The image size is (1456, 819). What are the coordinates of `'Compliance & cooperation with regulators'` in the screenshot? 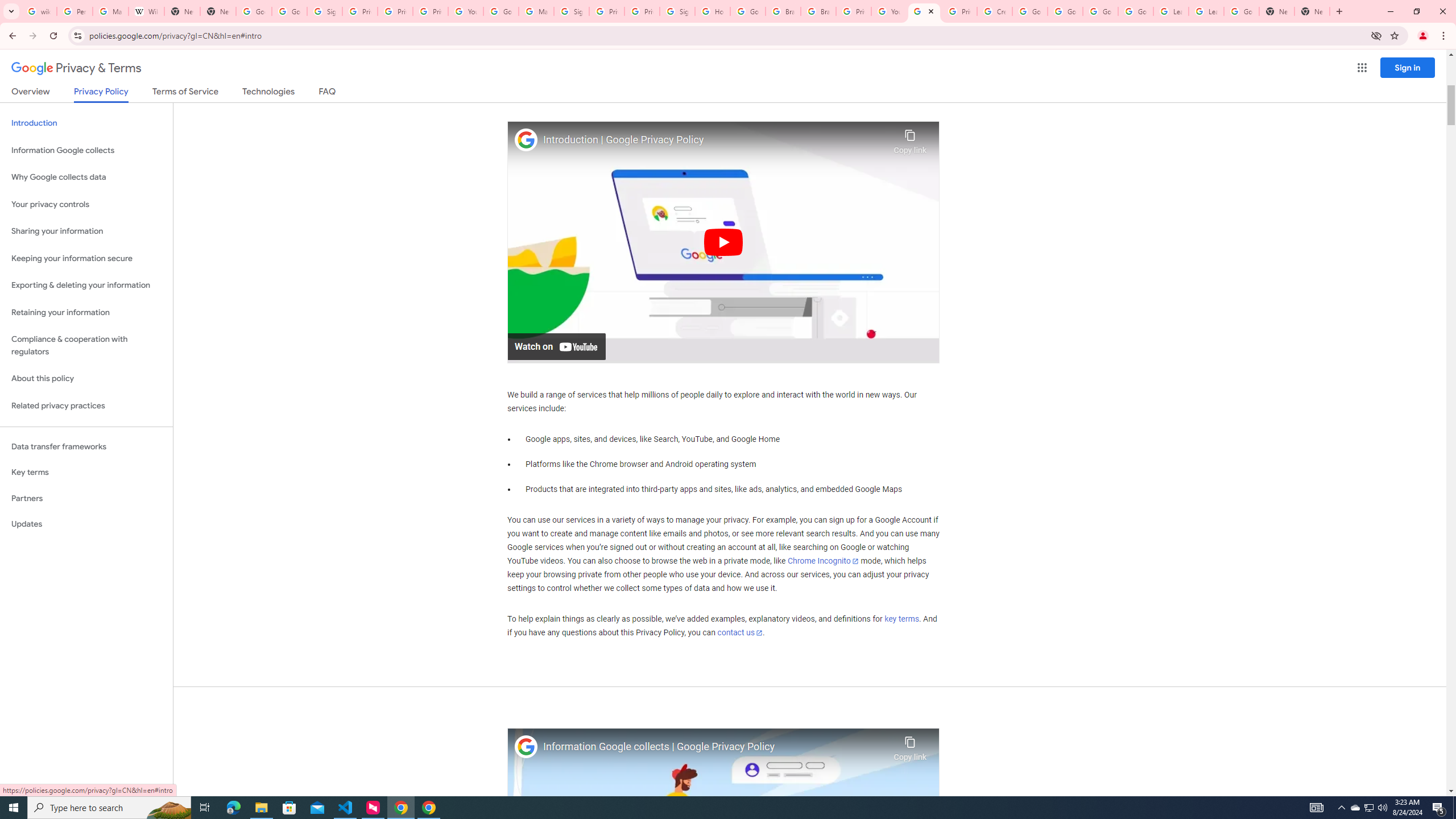 It's located at (86, 346).